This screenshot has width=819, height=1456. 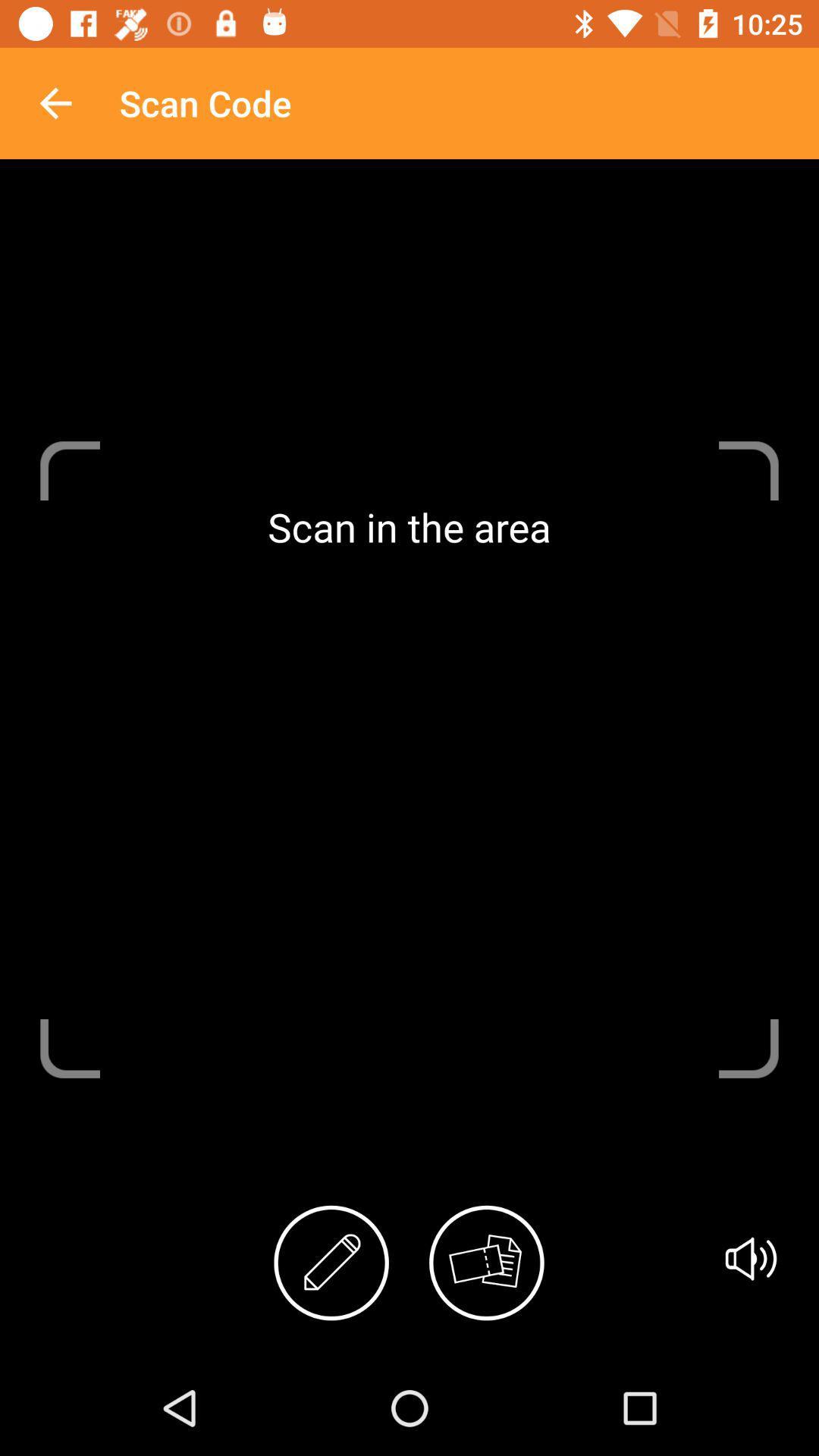 What do you see at coordinates (751, 1259) in the screenshot?
I see `the volume icon` at bounding box center [751, 1259].